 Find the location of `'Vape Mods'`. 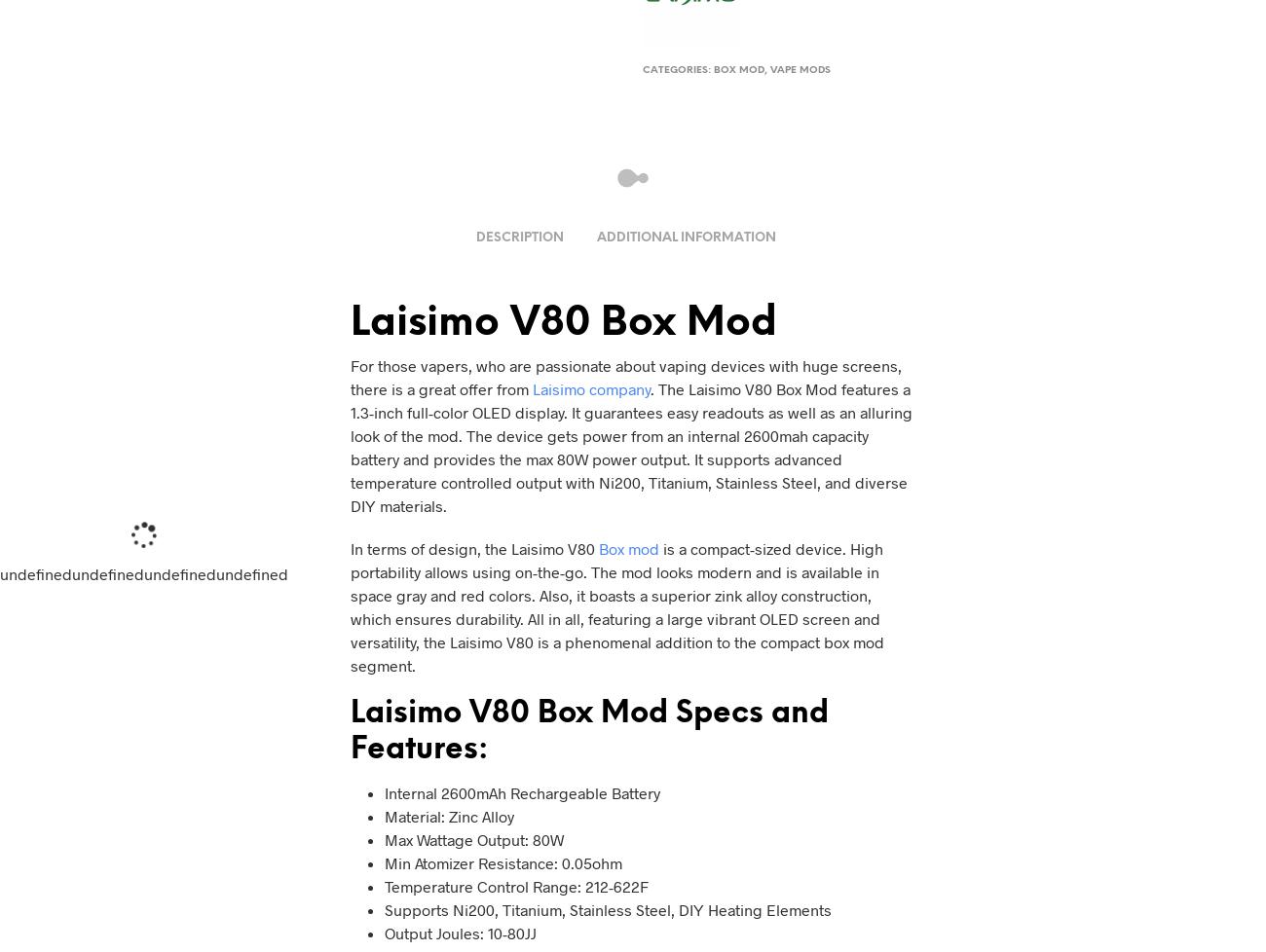

'Vape Mods' is located at coordinates (769, 70).